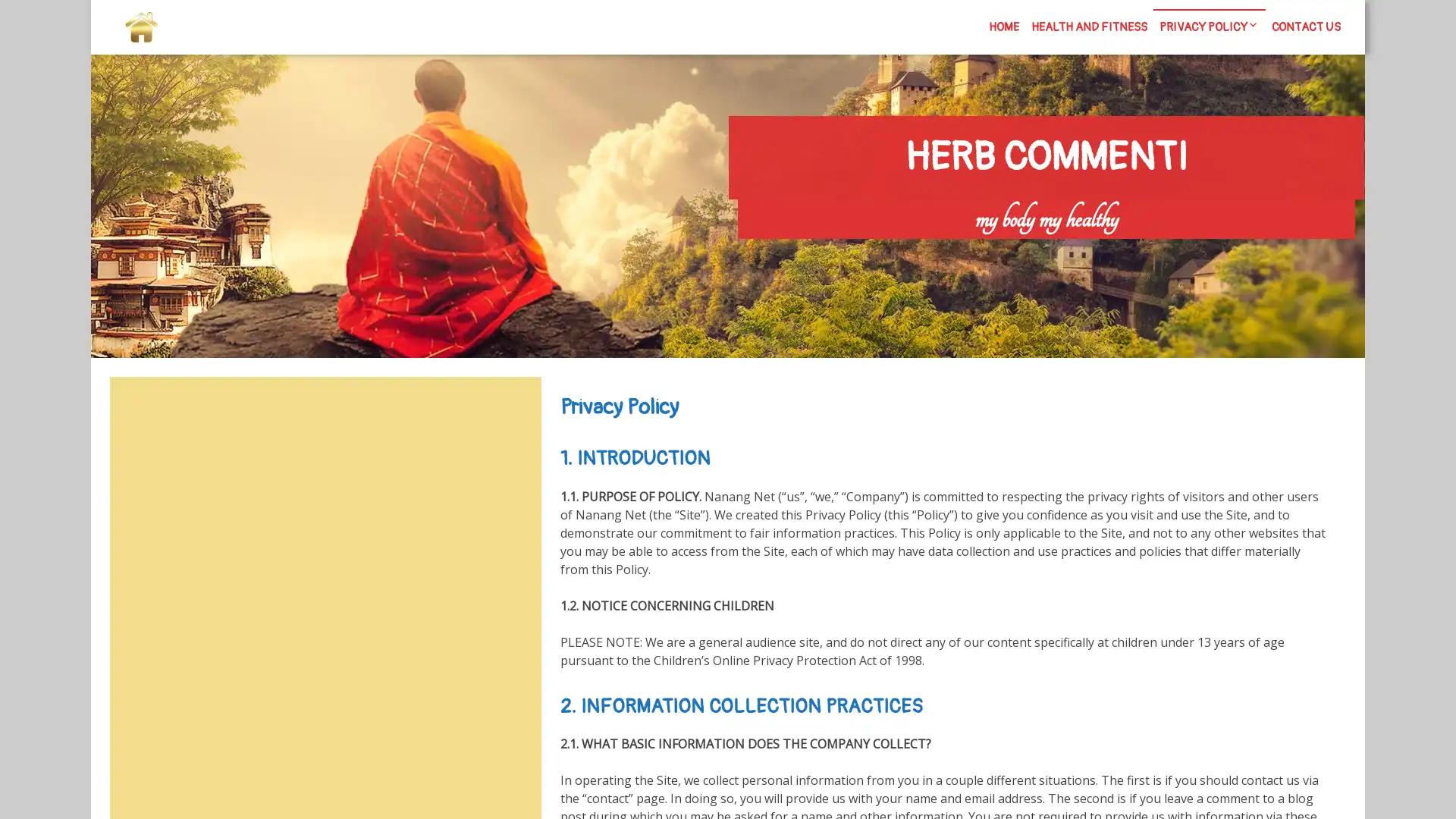  Describe the element at coordinates (506, 413) in the screenshot. I see `Search` at that location.